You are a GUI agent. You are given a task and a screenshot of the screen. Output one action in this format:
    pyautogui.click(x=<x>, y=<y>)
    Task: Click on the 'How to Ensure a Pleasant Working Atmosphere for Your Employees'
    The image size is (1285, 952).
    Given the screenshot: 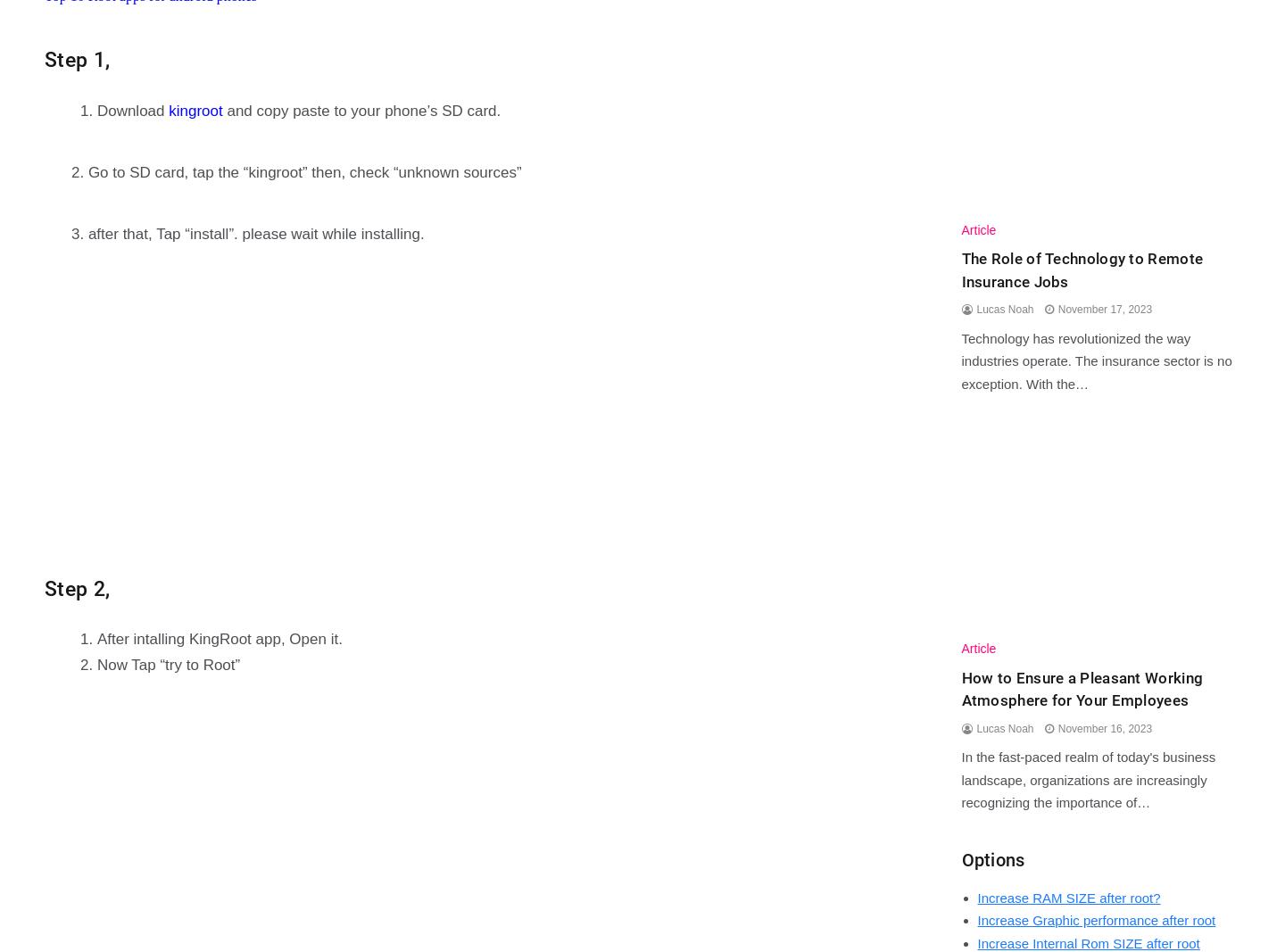 What is the action you would take?
    pyautogui.click(x=1081, y=687)
    